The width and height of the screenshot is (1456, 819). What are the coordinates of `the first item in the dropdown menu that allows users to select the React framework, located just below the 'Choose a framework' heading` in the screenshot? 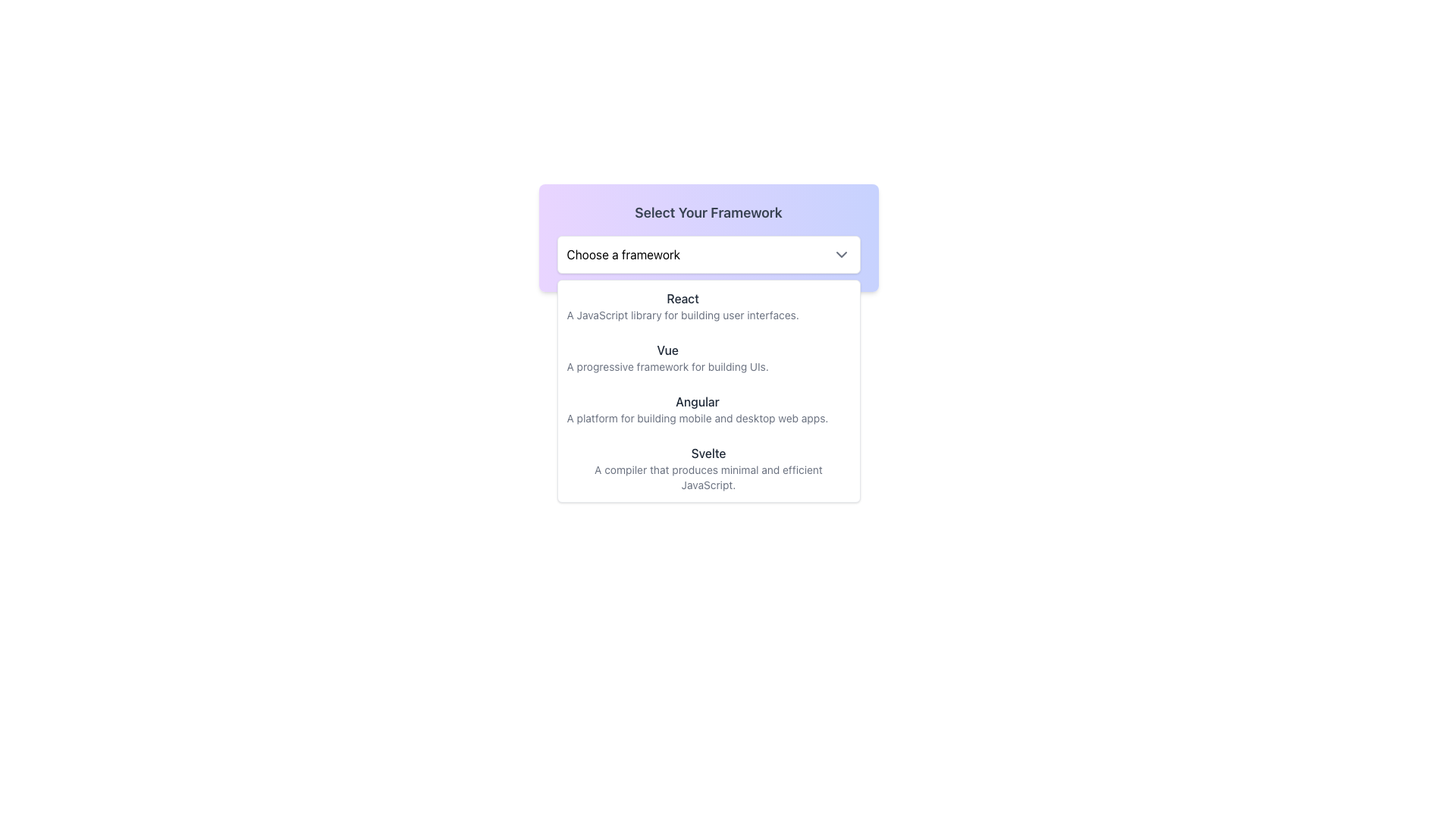 It's located at (708, 306).